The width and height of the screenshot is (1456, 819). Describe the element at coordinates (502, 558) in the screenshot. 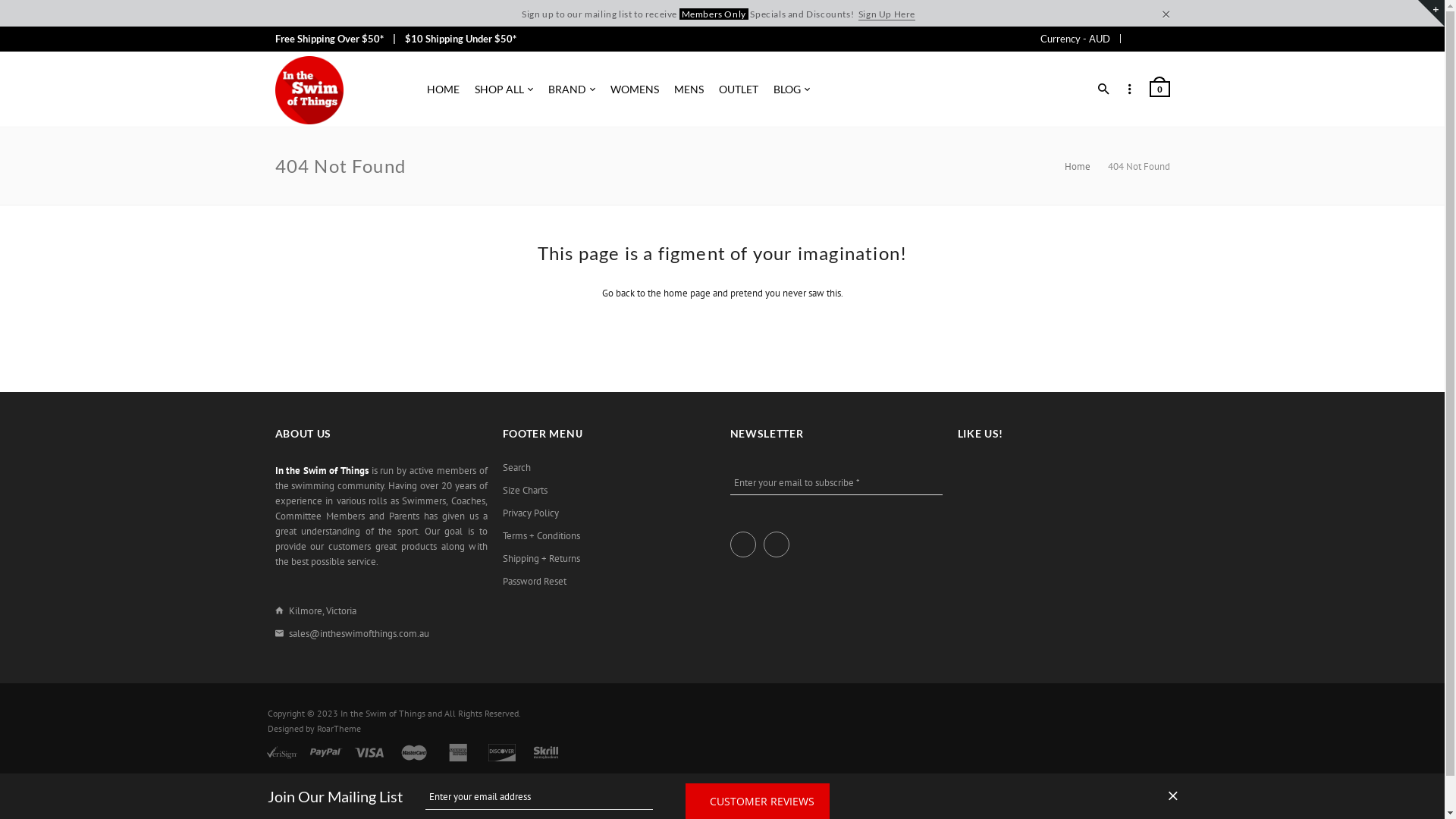

I see `'Shipping + Returns'` at that location.